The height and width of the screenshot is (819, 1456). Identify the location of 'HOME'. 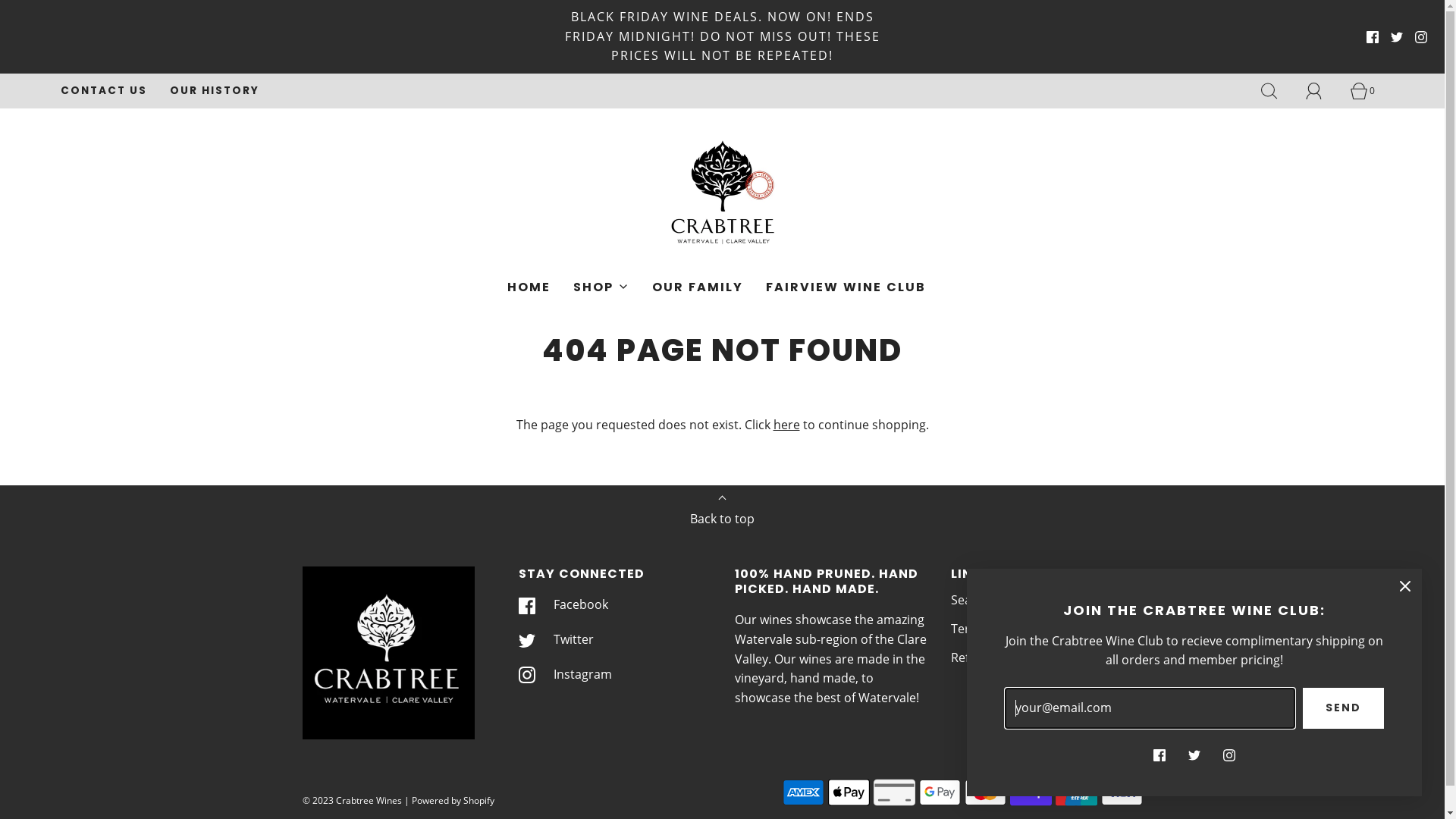
(529, 287).